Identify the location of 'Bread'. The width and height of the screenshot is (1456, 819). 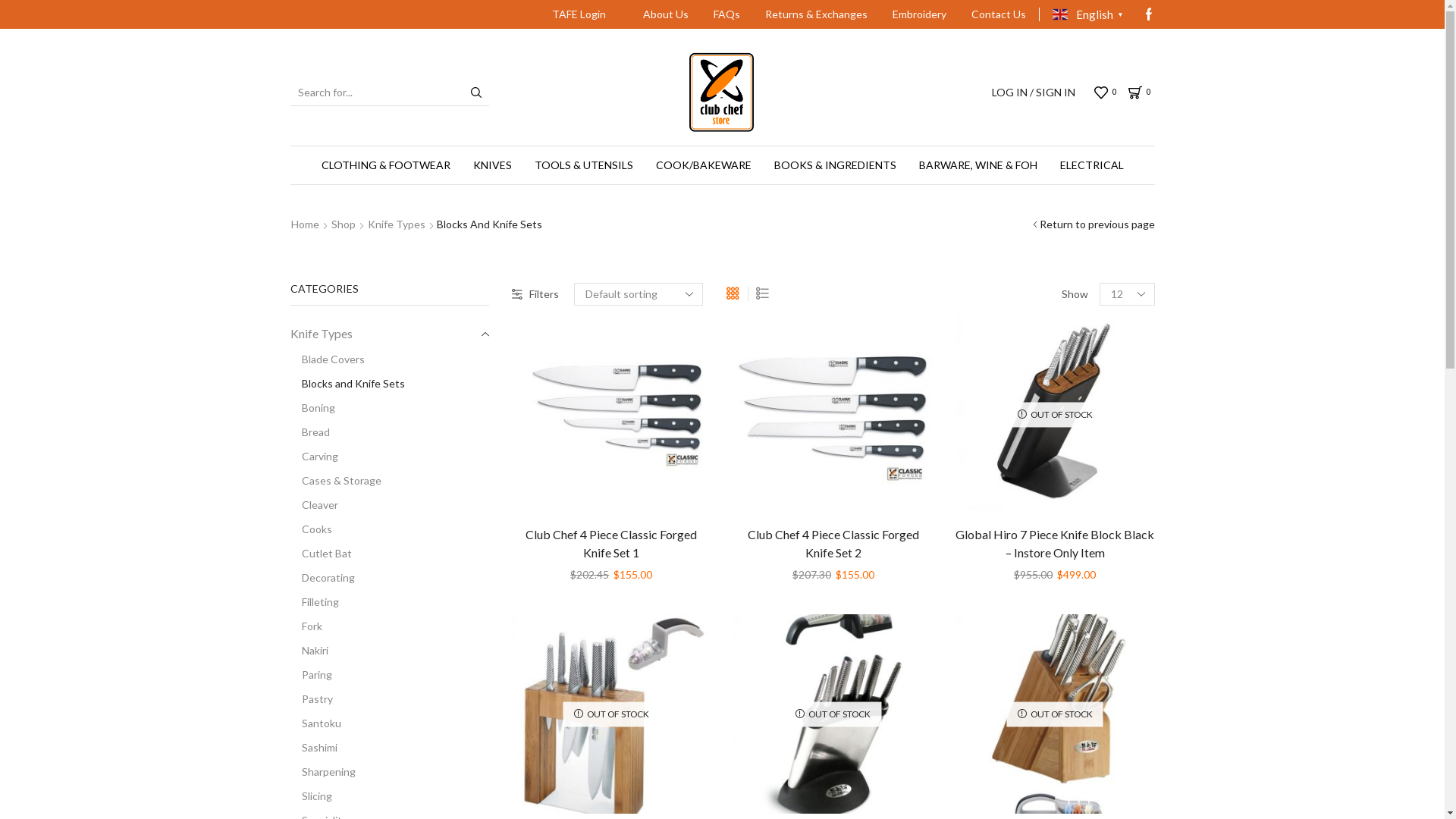
(290, 432).